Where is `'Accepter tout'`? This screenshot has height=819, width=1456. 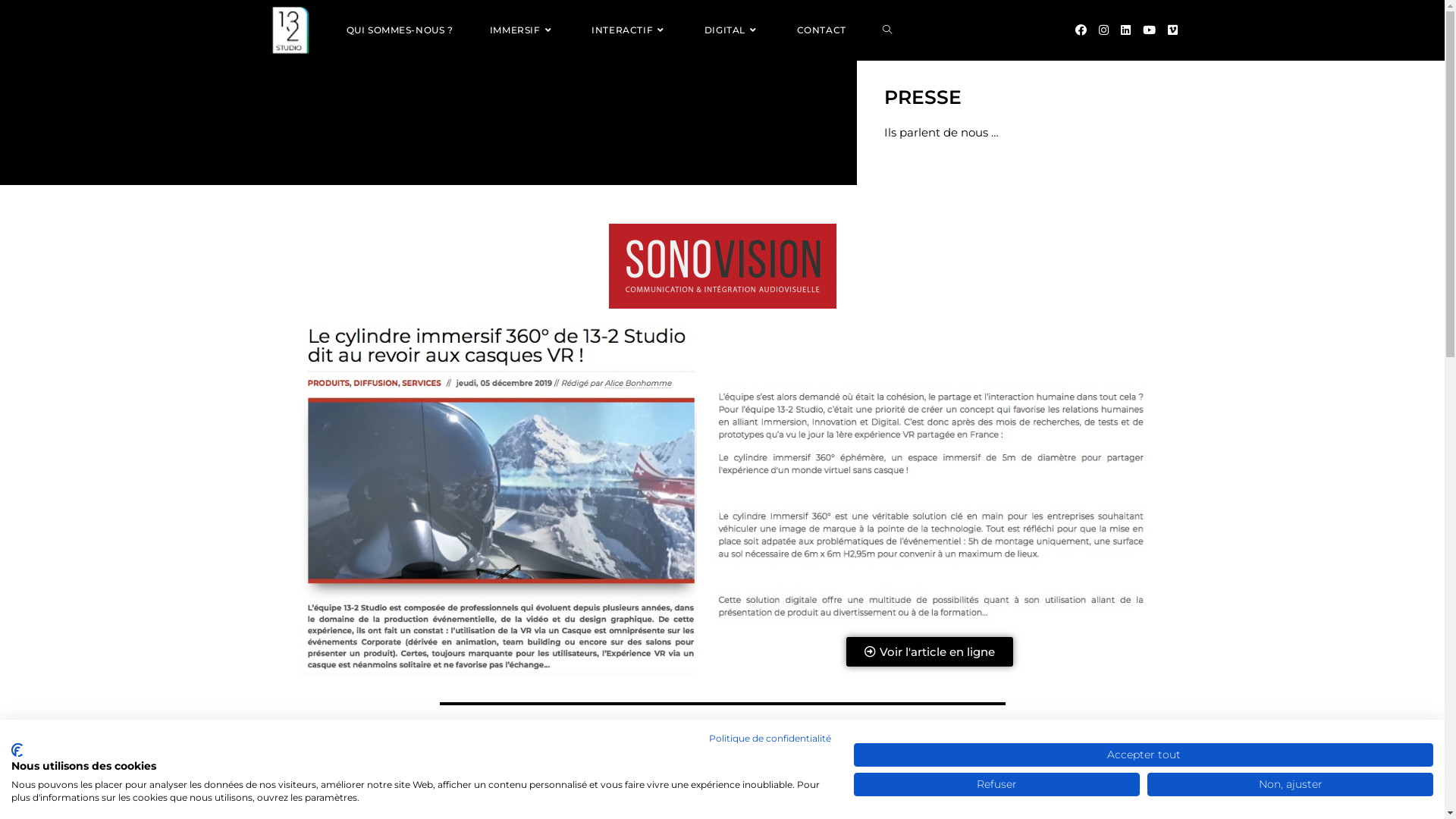
'Accepter tout' is located at coordinates (1143, 755).